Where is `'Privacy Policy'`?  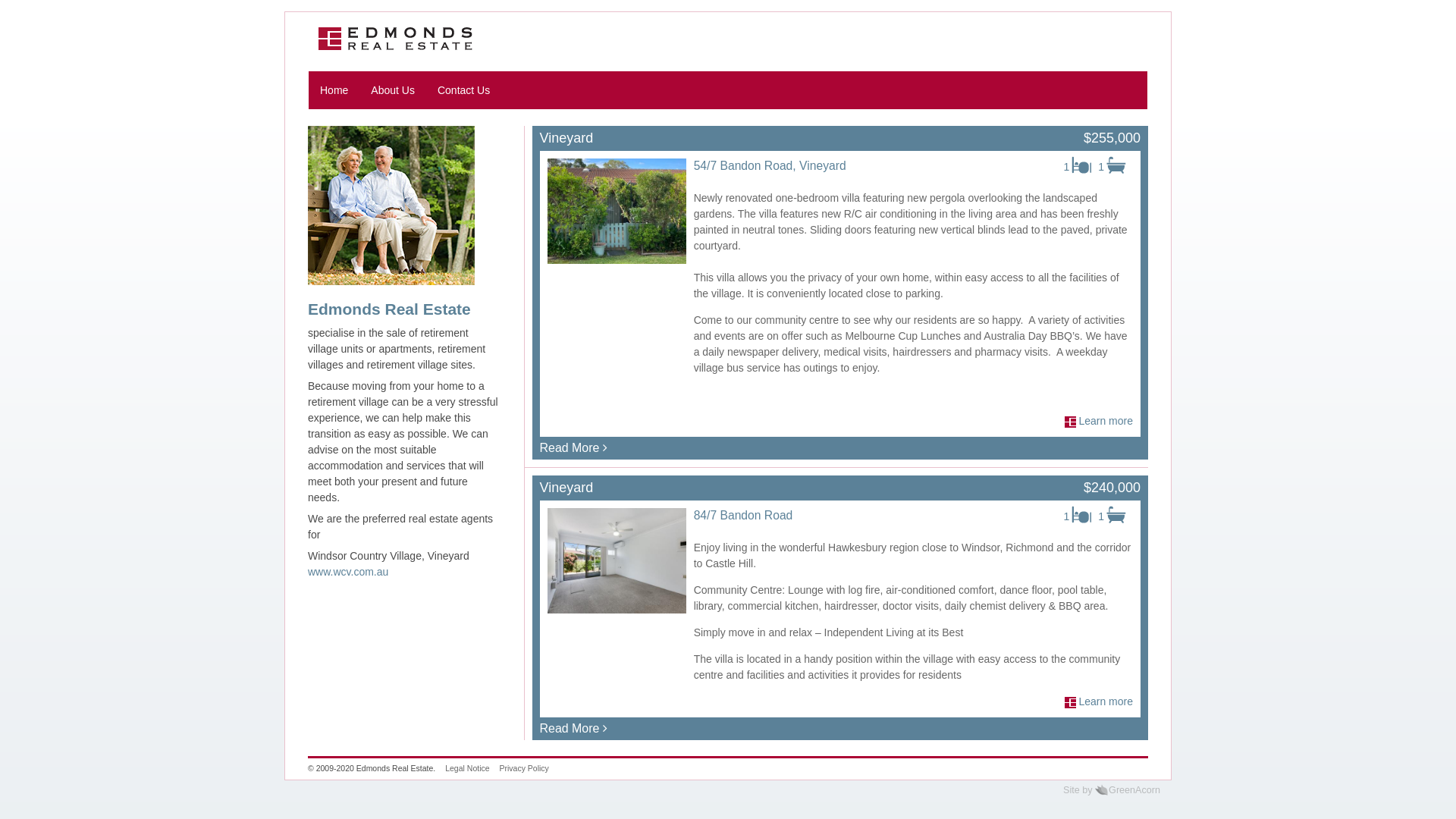
'Privacy Policy' is located at coordinates (523, 768).